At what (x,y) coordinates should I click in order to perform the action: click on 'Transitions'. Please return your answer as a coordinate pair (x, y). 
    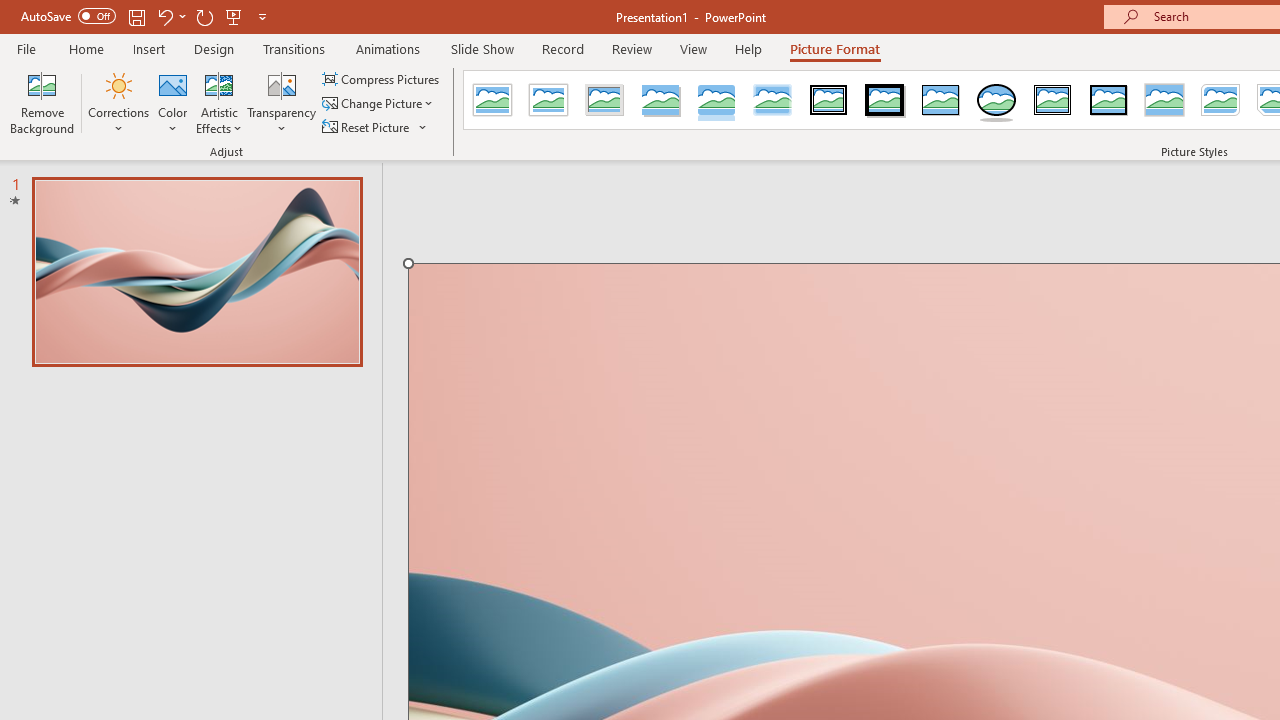
    Looking at the image, I should click on (294, 48).